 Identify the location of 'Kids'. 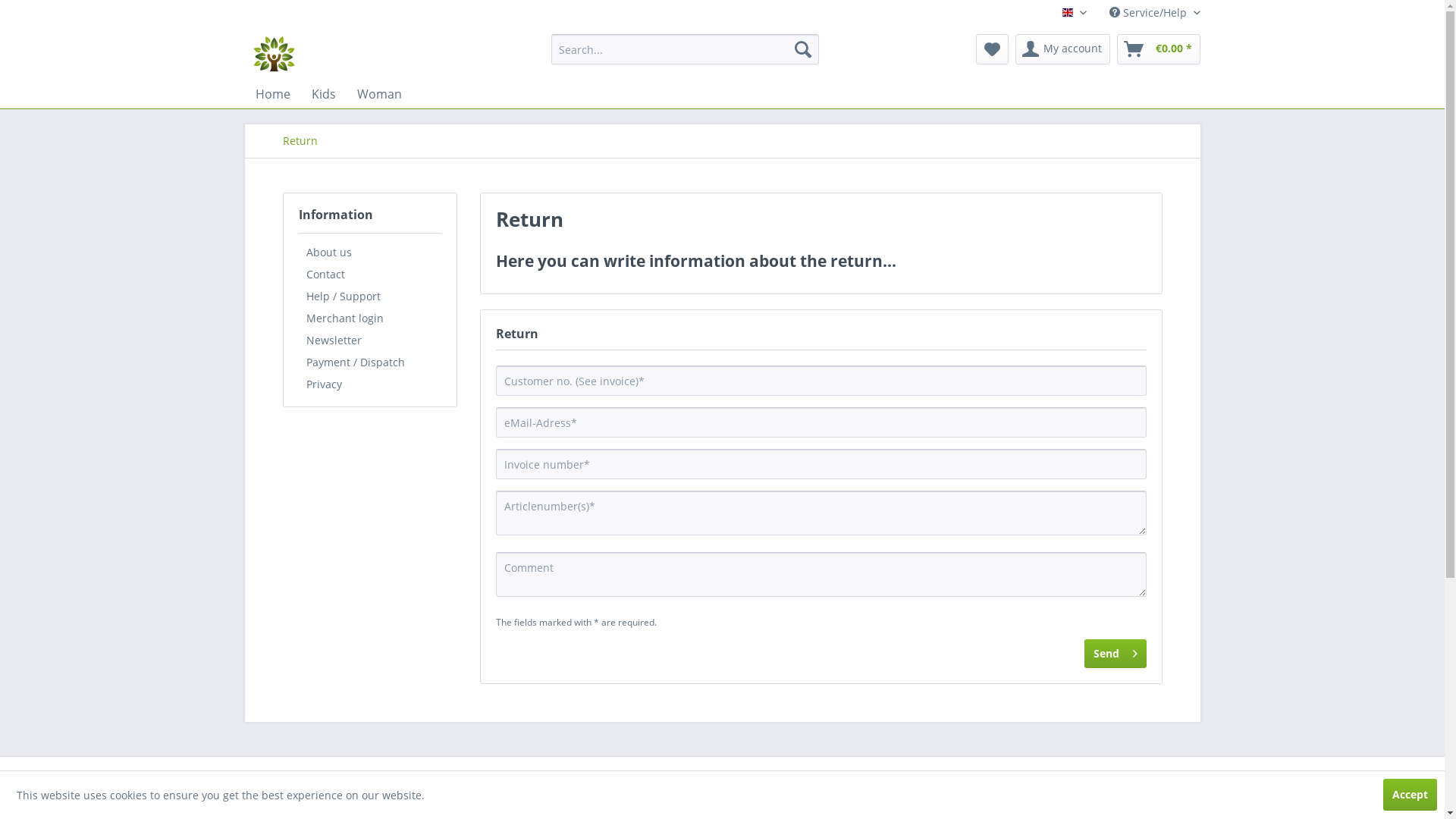
(322, 93).